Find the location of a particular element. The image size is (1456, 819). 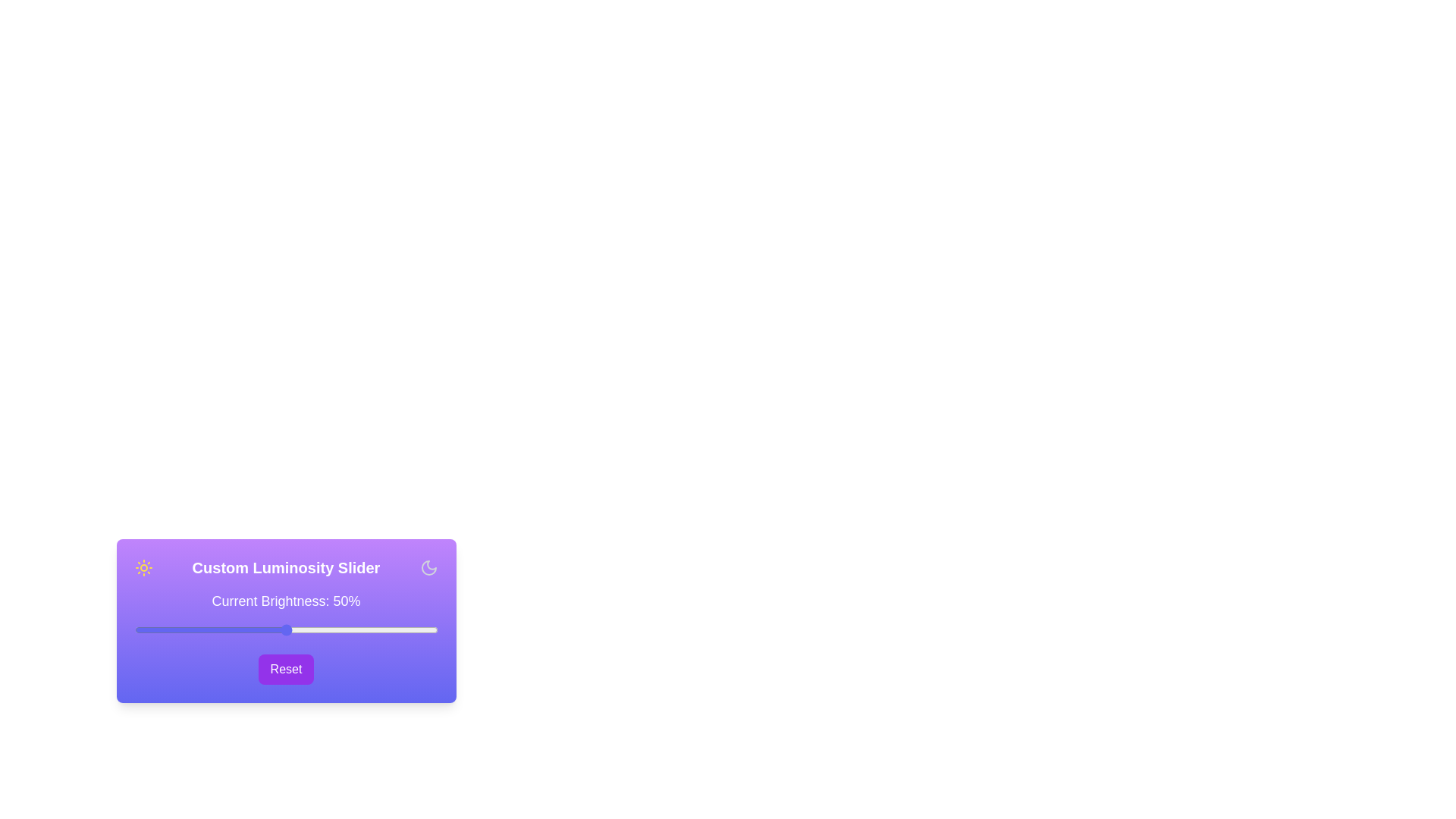

brightness is located at coordinates (428, 629).